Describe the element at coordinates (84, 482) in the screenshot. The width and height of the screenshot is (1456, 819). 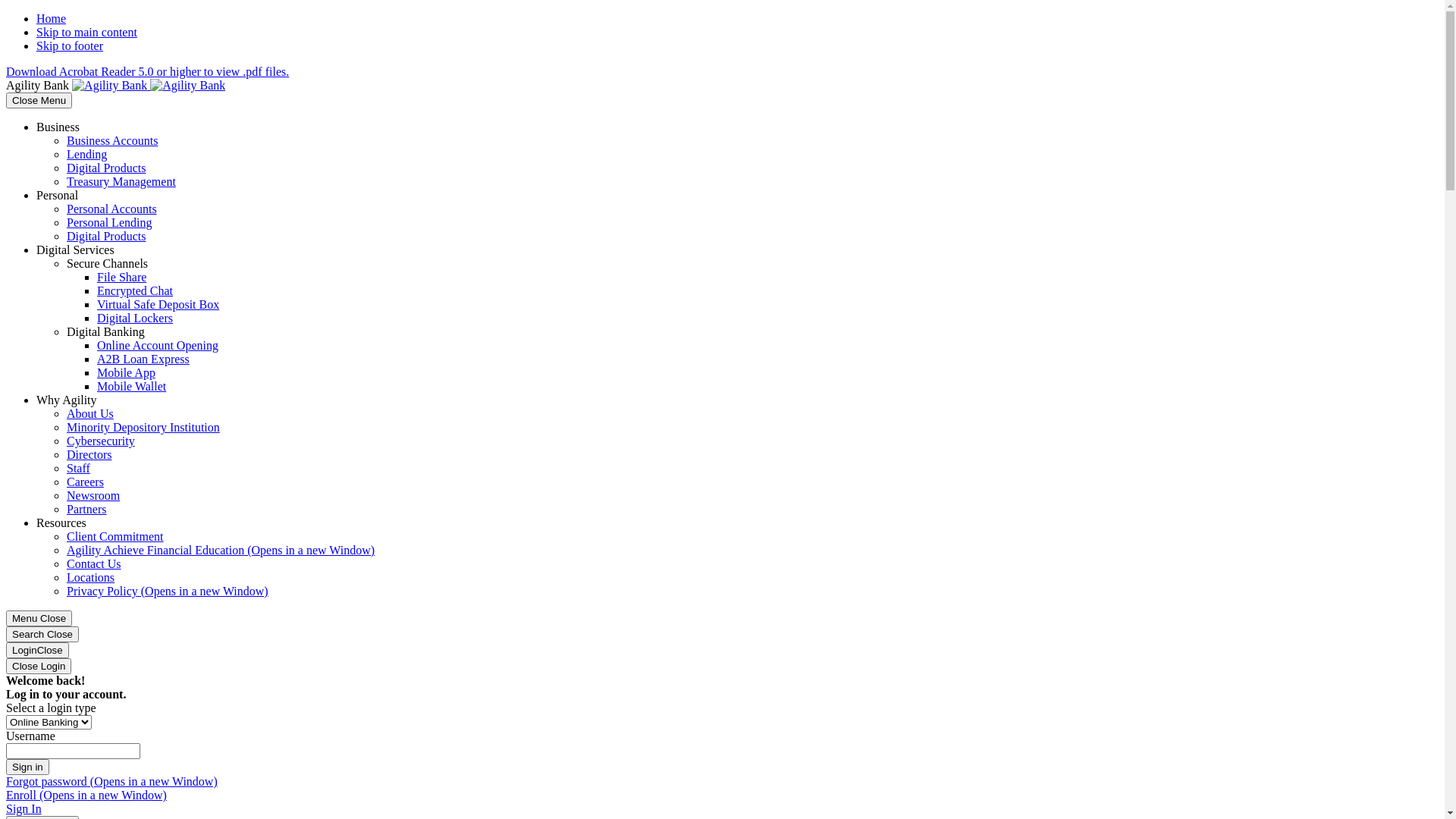
I see `'Careers'` at that location.